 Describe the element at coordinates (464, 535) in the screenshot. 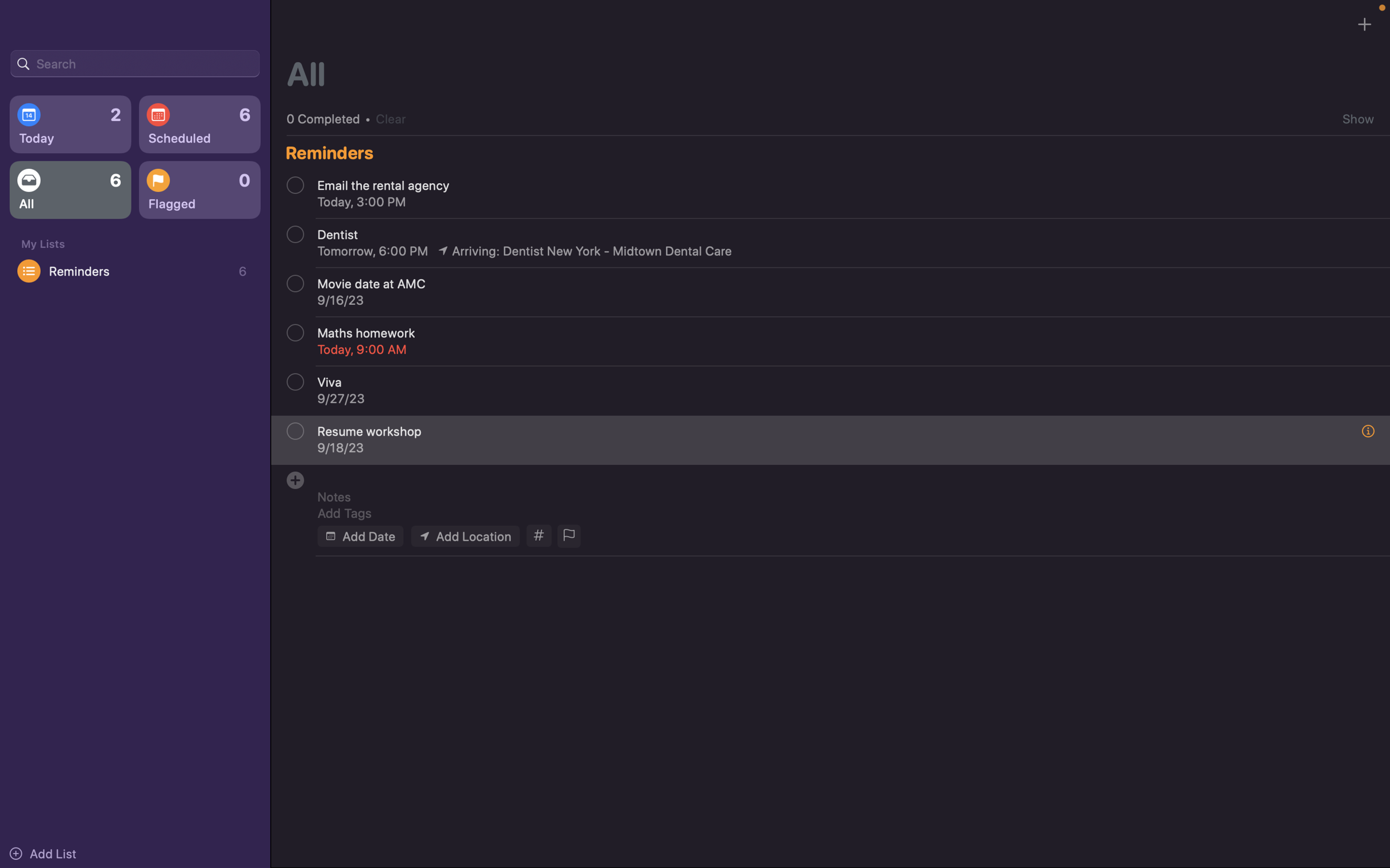

I see `Enter the location for the event as "Carnegie Mellon University"` at that location.